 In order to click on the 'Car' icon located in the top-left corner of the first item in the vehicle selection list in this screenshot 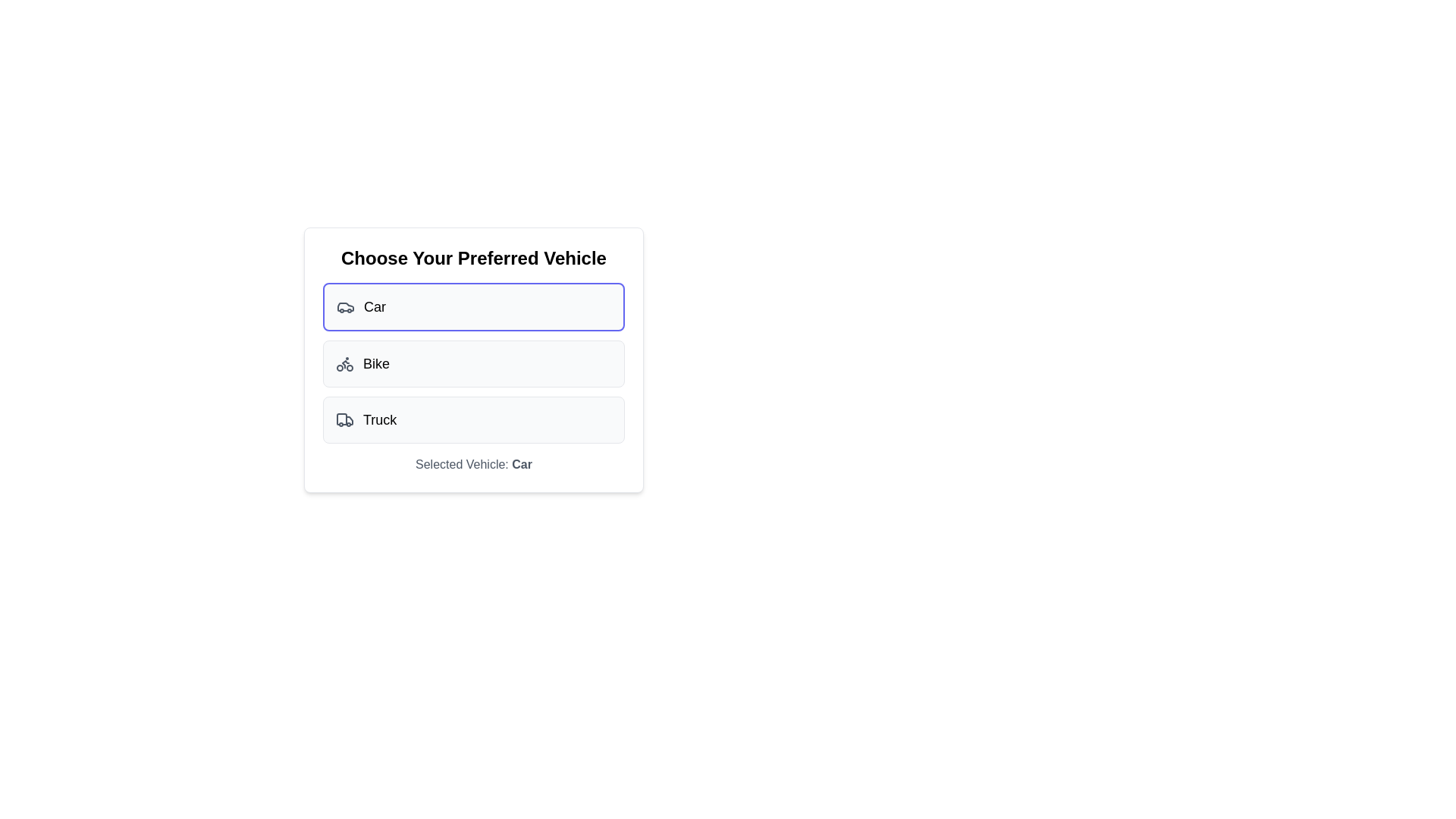, I will do `click(345, 307)`.